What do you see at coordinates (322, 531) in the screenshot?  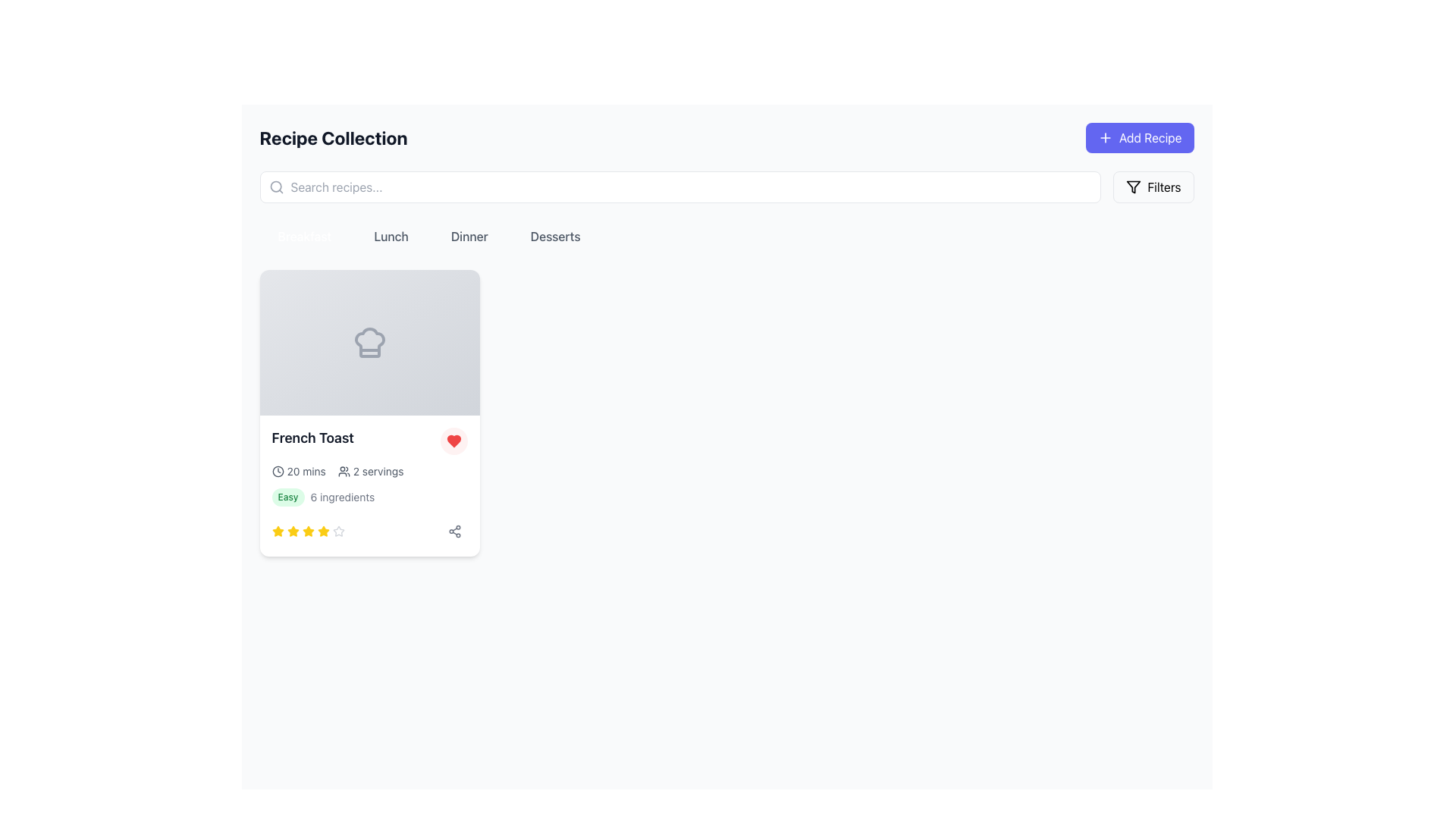 I see `the fifth yellow star icon in the rating component below the 'French Toast' card` at bounding box center [322, 531].